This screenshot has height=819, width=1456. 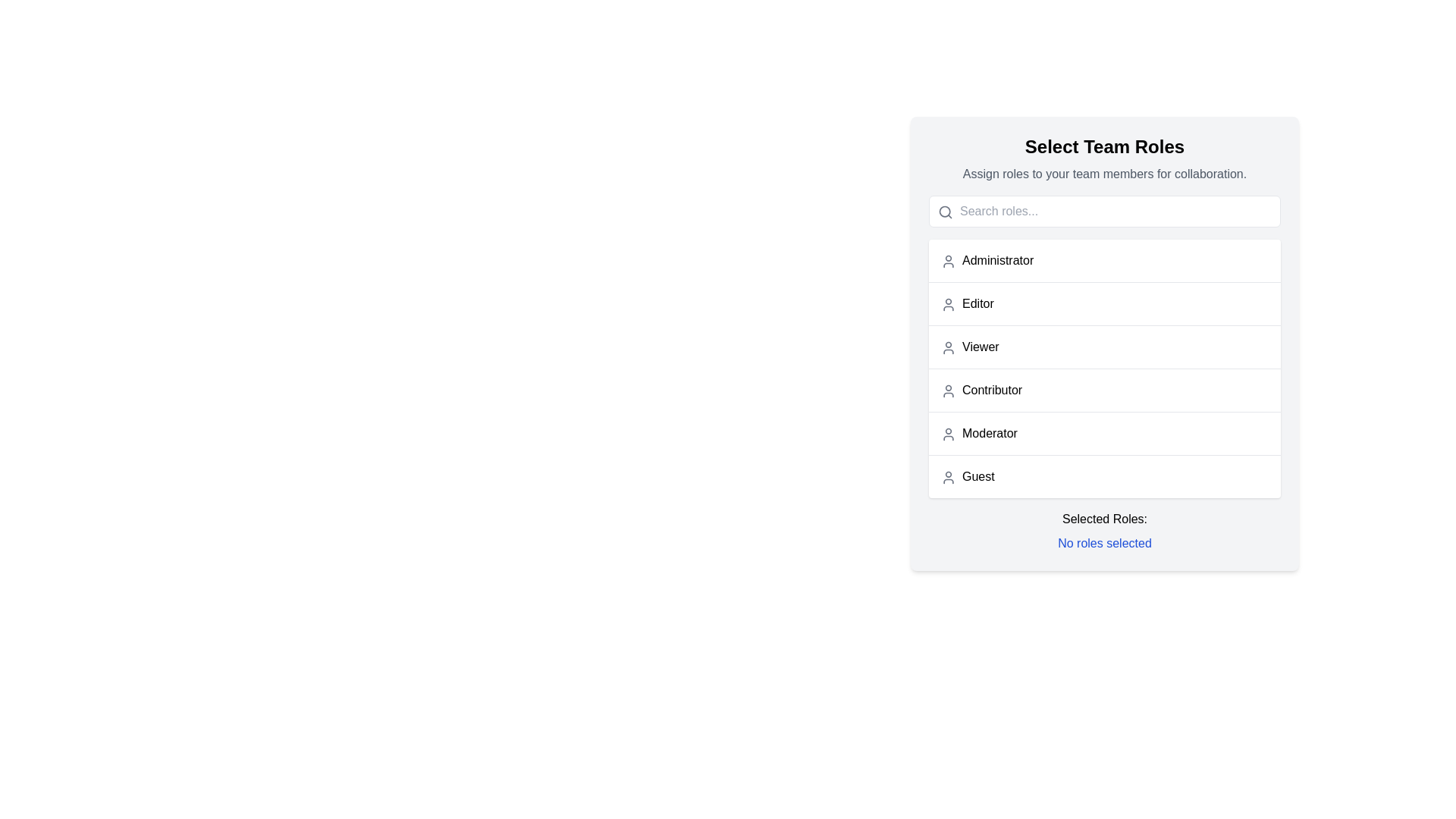 I want to click on the fifth item in the role selection list, so click(x=1105, y=432).